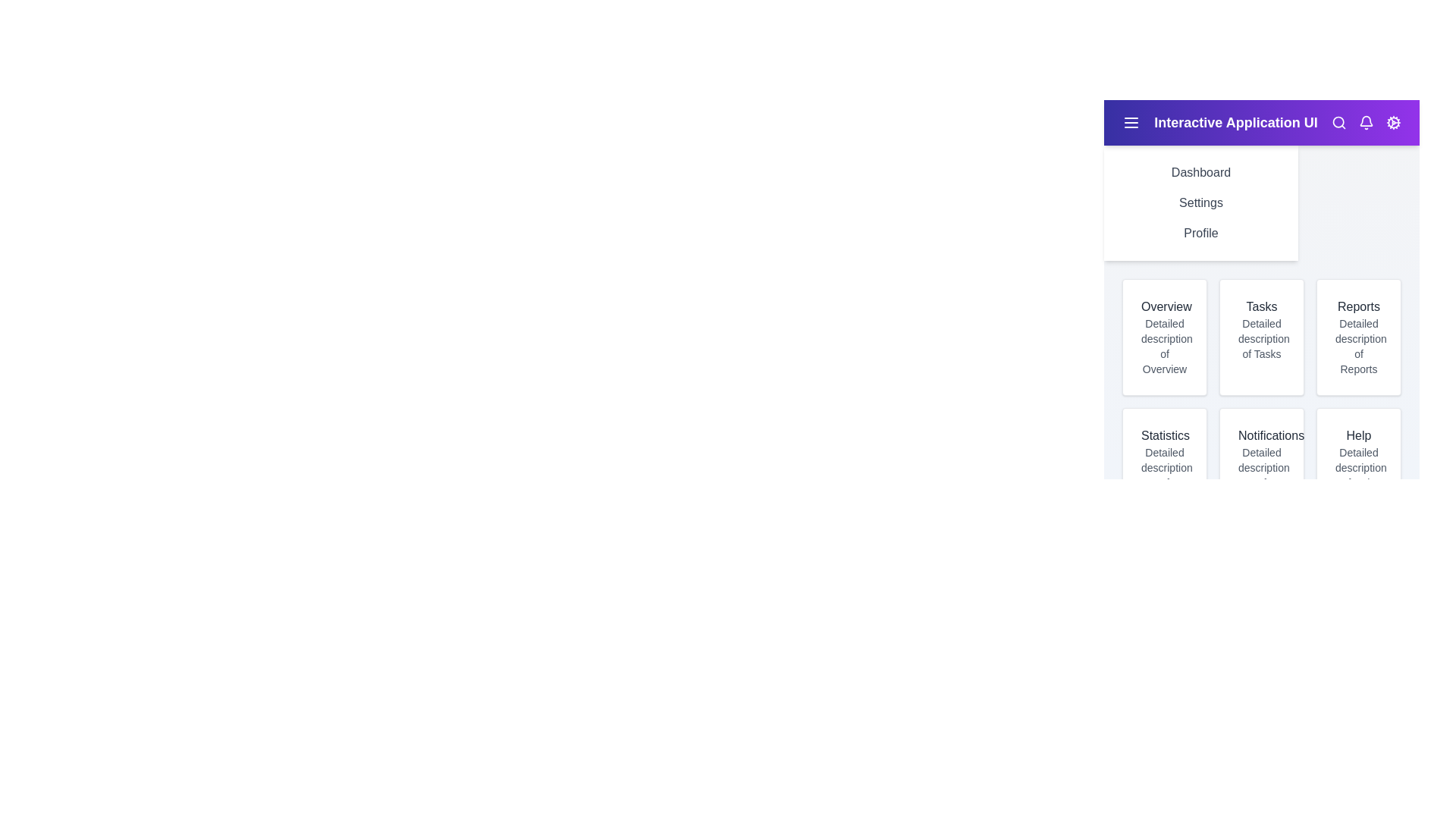 The width and height of the screenshot is (1456, 819). Describe the element at coordinates (1339, 122) in the screenshot. I see `the search icon to initiate the search functionality` at that location.